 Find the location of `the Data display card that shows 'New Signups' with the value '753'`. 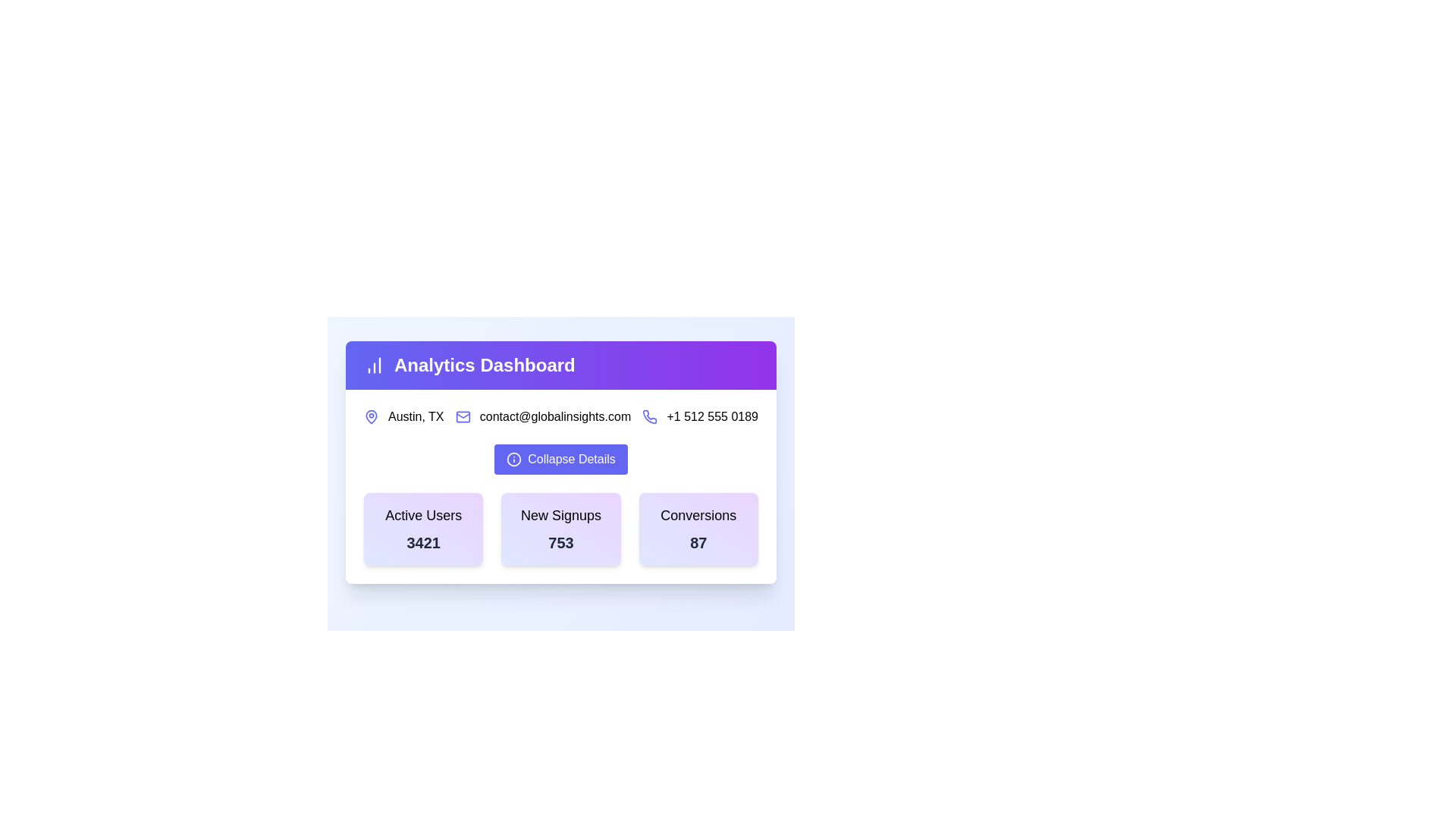

the Data display card that shows 'New Signups' with the value '753' is located at coordinates (560, 529).